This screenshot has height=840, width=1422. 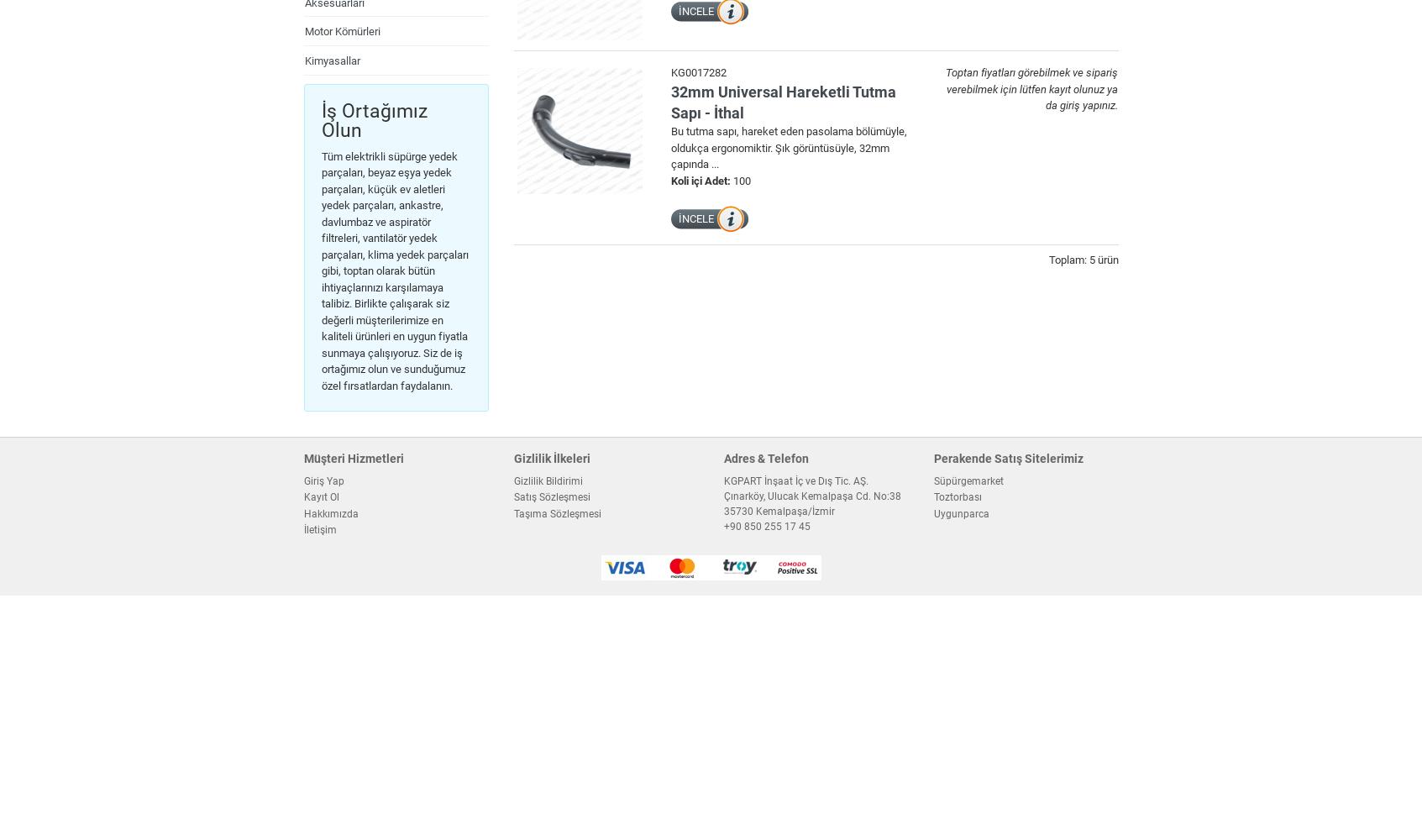 What do you see at coordinates (697, 71) in the screenshot?
I see `'KG0017282'` at bounding box center [697, 71].